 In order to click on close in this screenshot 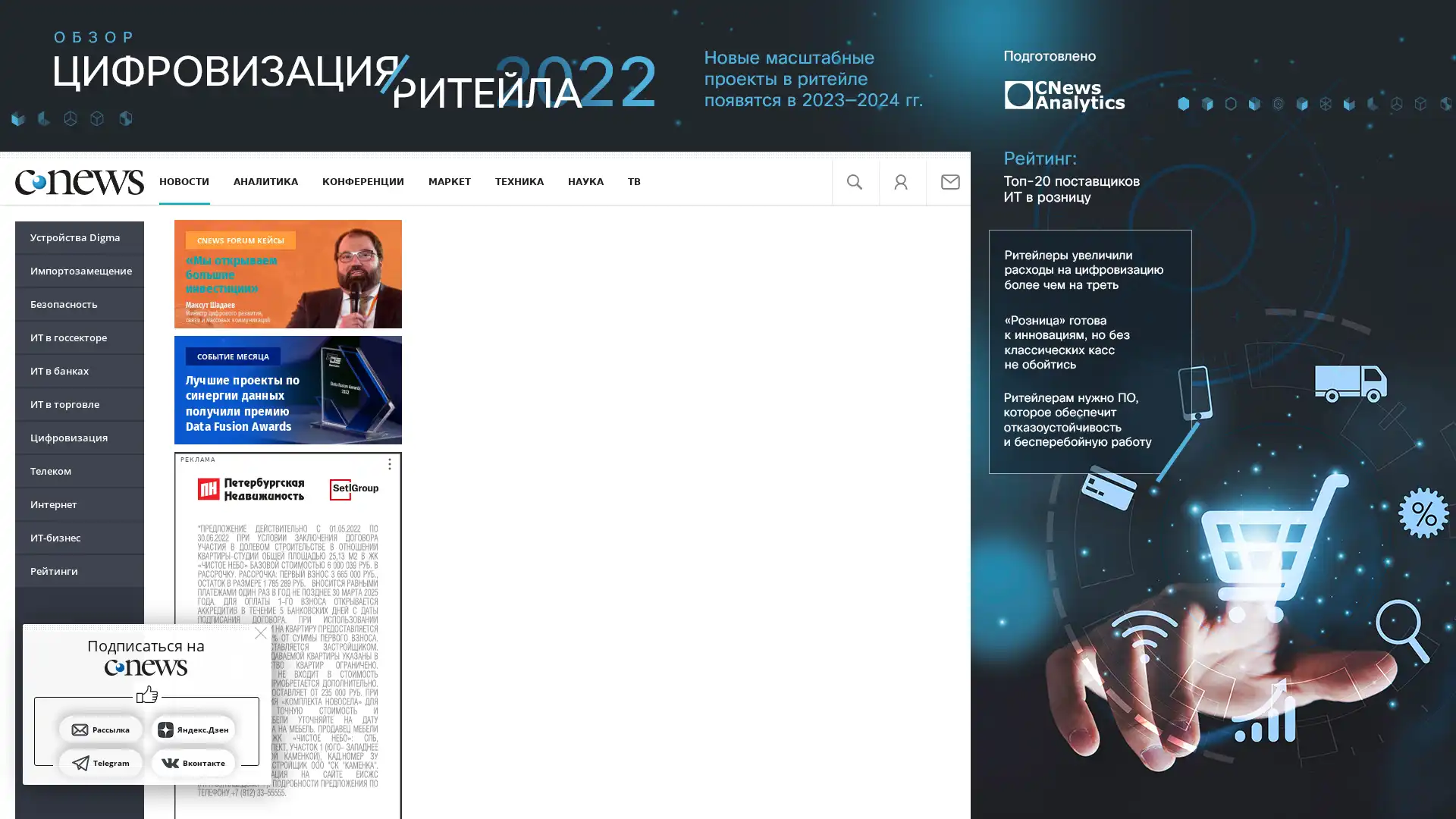, I will do `click(261, 634)`.